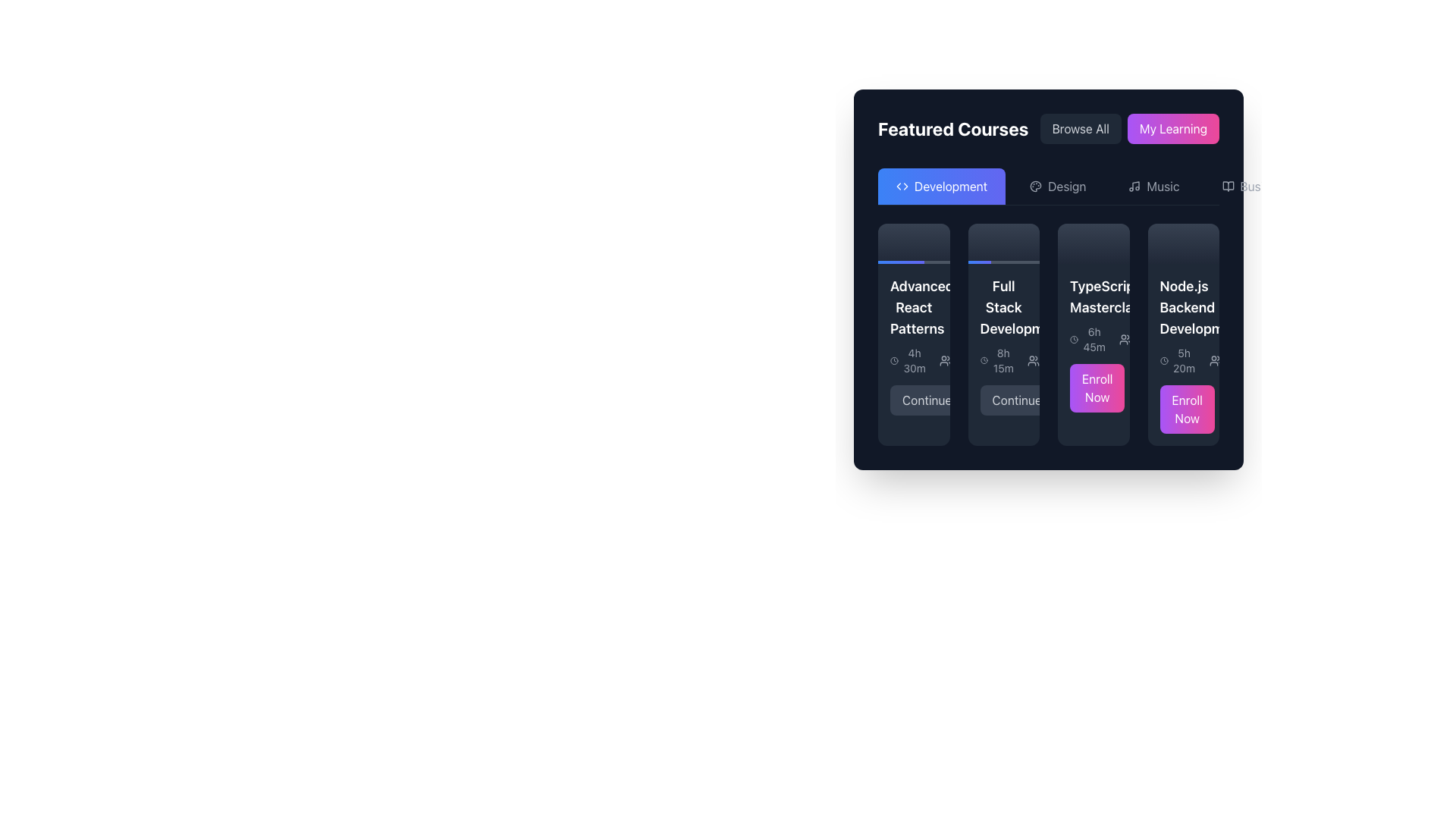 This screenshot has height=819, width=1456. Describe the element at coordinates (941, 186) in the screenshot. I see `the 'Development' tab button for keyboard navigation compatibility` at that location.